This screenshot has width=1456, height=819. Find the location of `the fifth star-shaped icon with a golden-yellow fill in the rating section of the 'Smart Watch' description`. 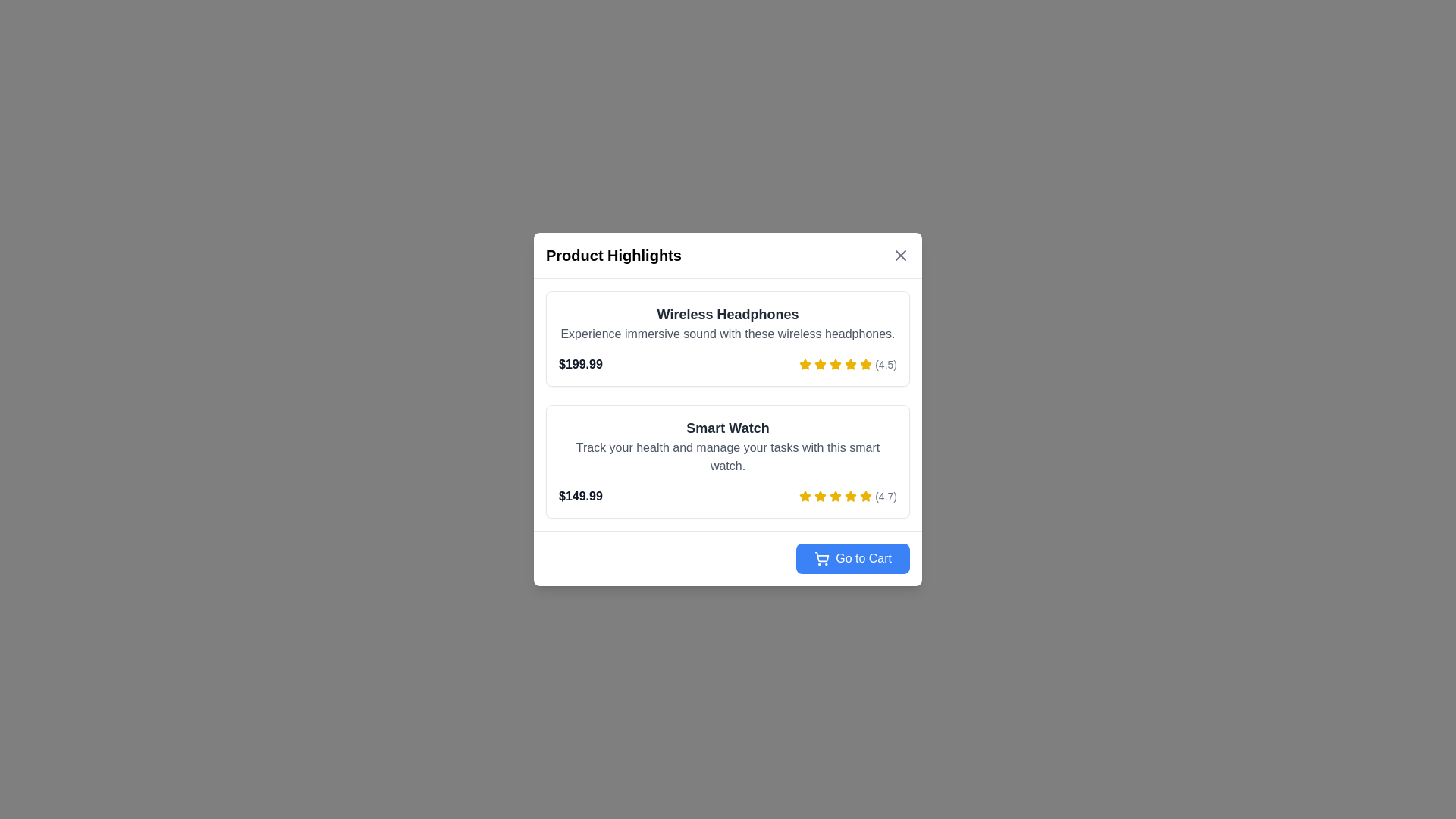

the fifth star-shaped icon with a golden-yellow fill in the rating section of the 'Smart Watch' description is located at coordinates (805, 496).